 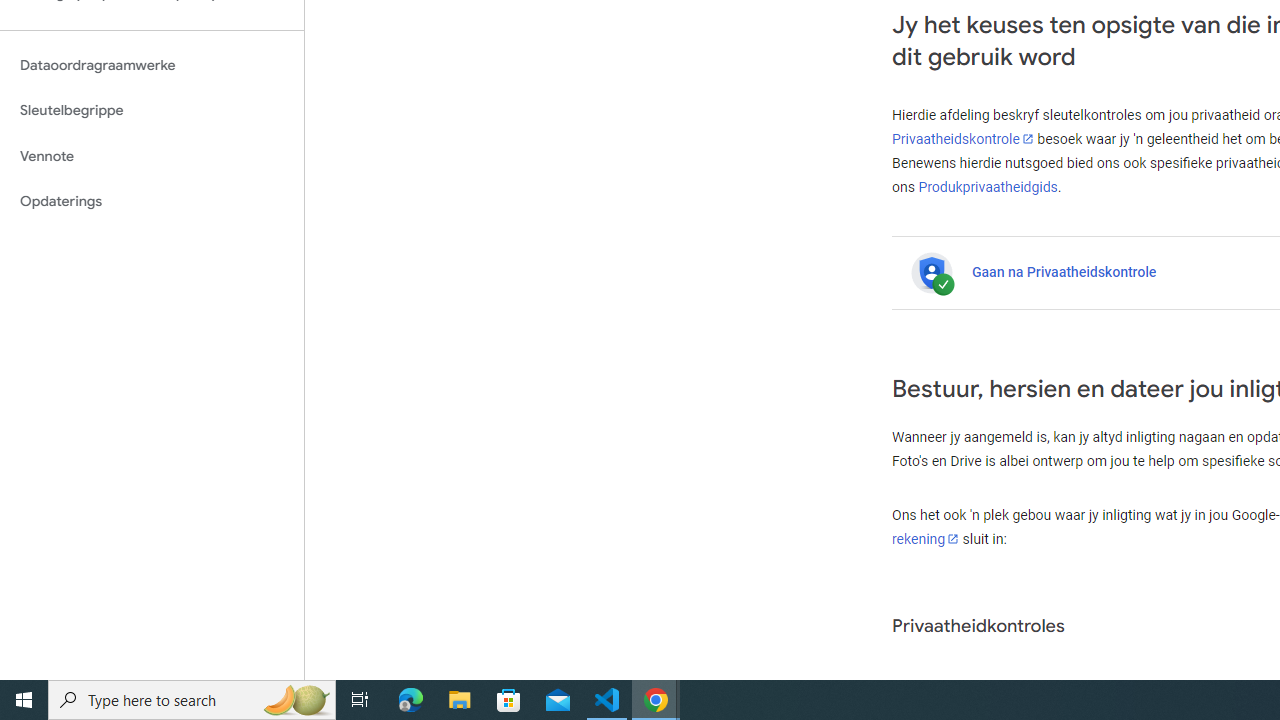 What do you see at coordinates (151, 155) in the screenshot?
I see `'Vennote'` at bounding box center [151, 155].